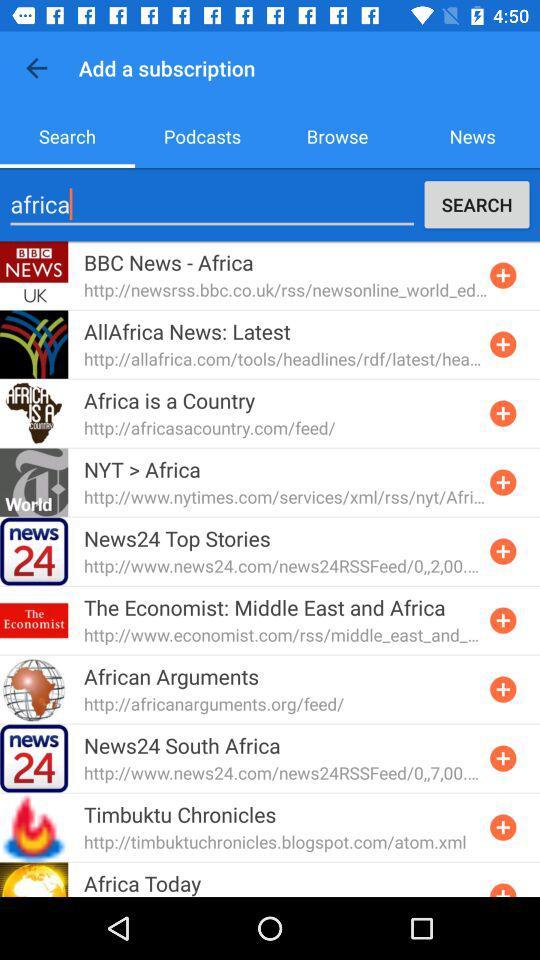 The image size is (540, 960). I want to click on the african arguments, so click(171, 676).